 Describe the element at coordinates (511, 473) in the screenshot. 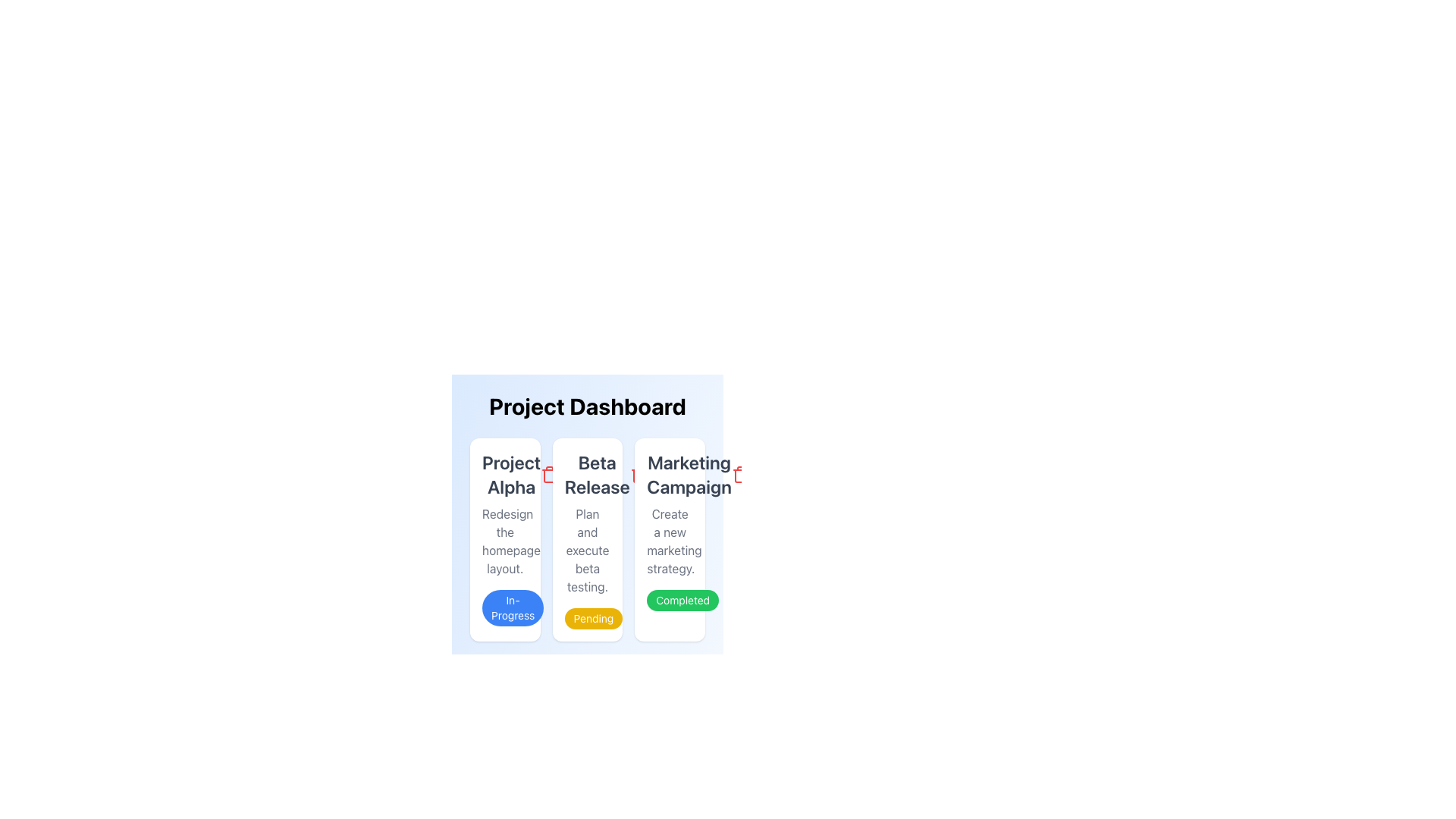

I see `the 'Project Alpha' text label, which is prominently displayed in a large and bold font within a card at the top of the project listing` at that location.